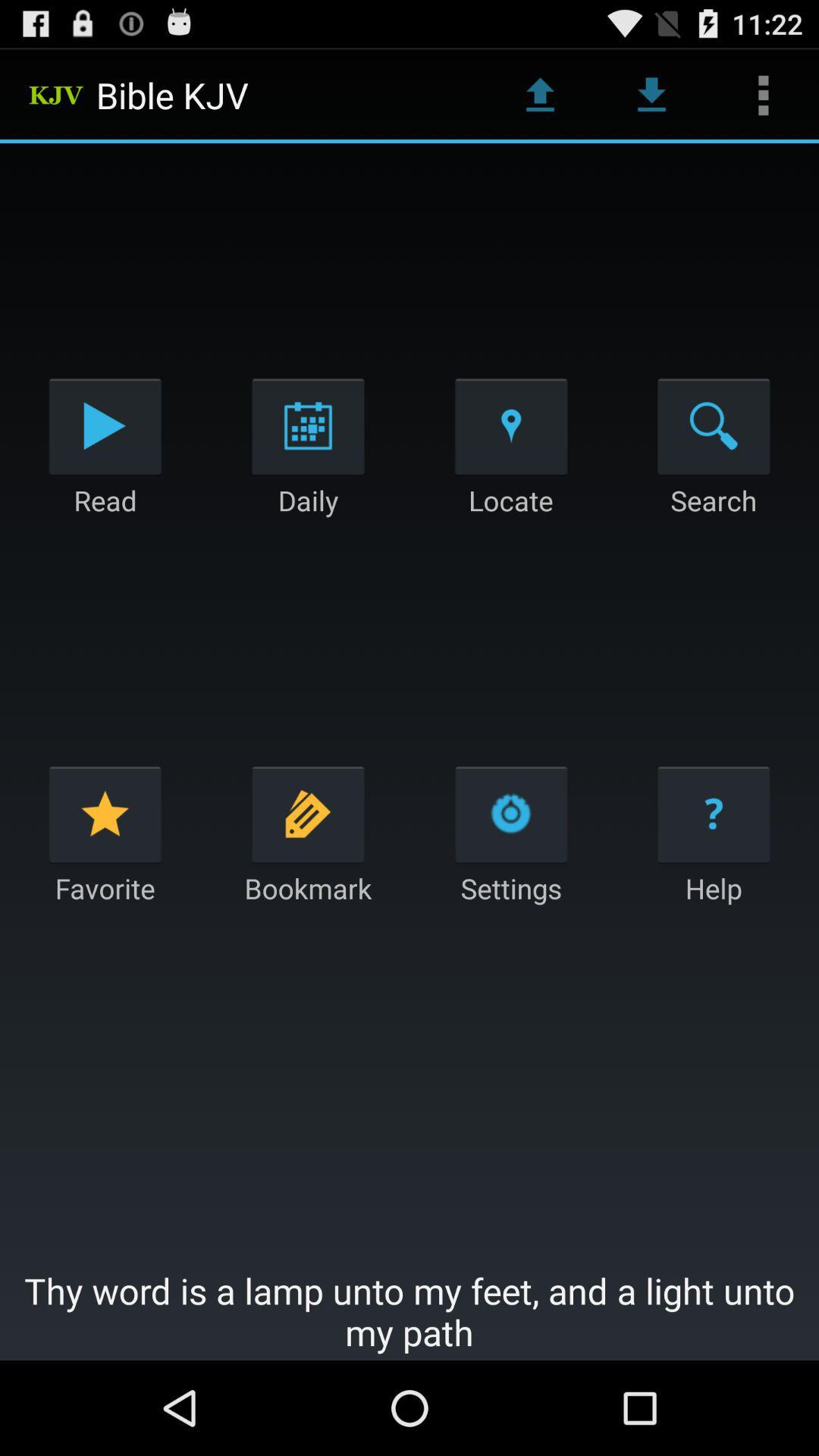 The width and height of the screenshot is (819, 1456). Describe the element at coordinates (307, 455) in the screenshot. I see `the date_range icon` at that location.